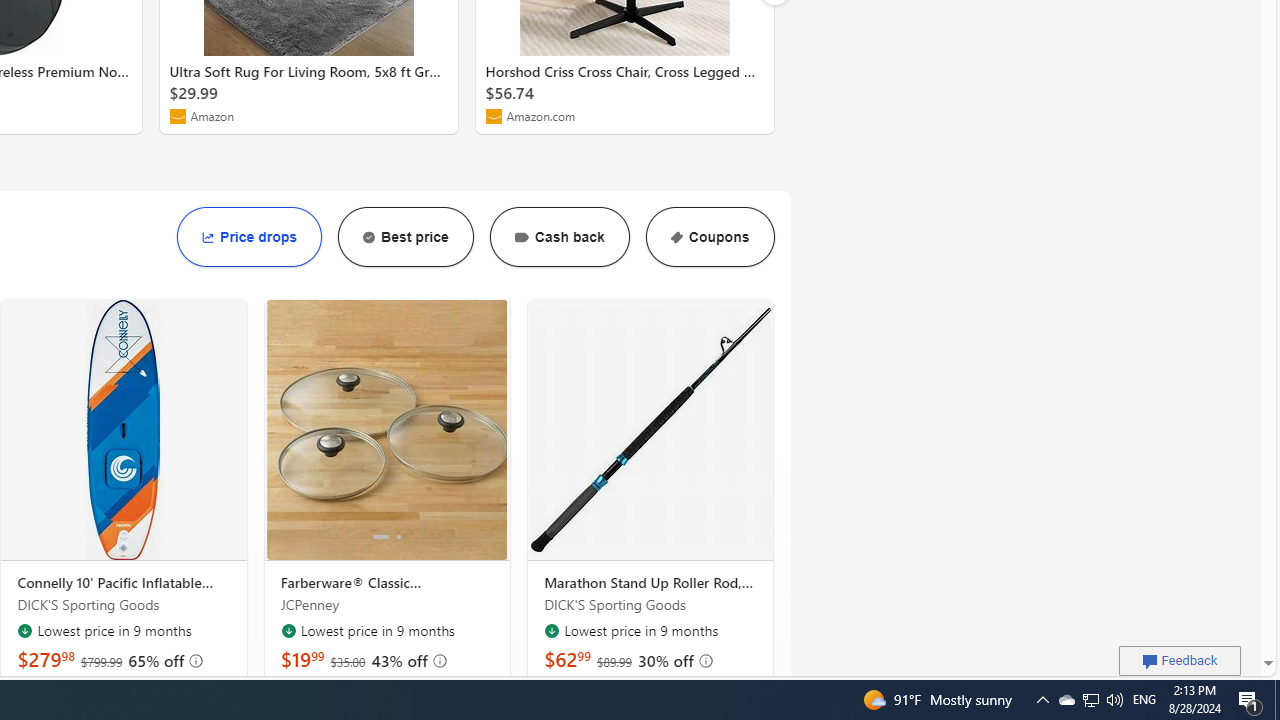 This screenshot has height=720, width=1280. Describe the element at coordinates (1180, 660) in the screenshot. I see `'Feedback'` at that location.